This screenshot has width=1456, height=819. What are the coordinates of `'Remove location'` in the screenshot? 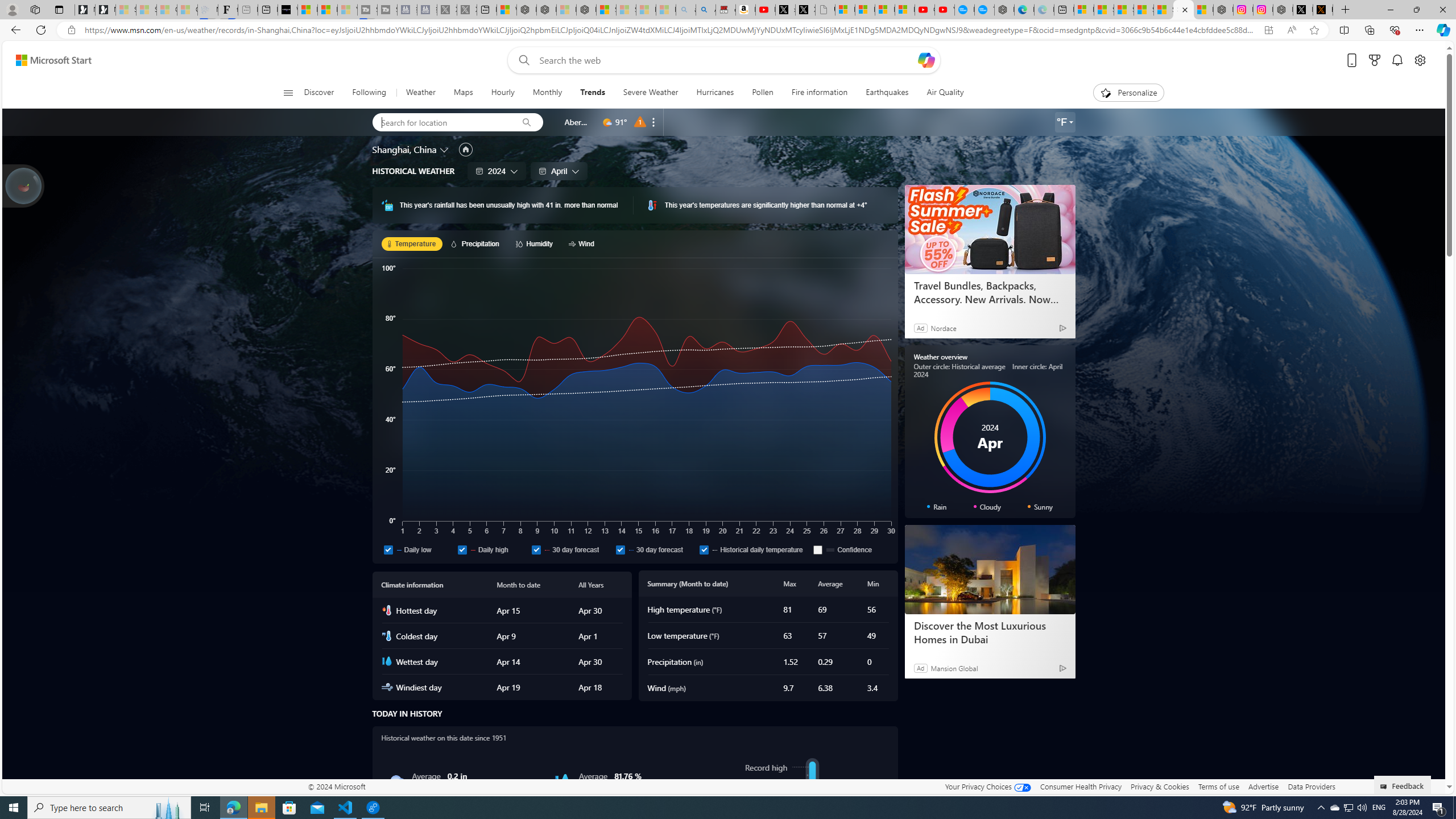 It's located at (653, 122).